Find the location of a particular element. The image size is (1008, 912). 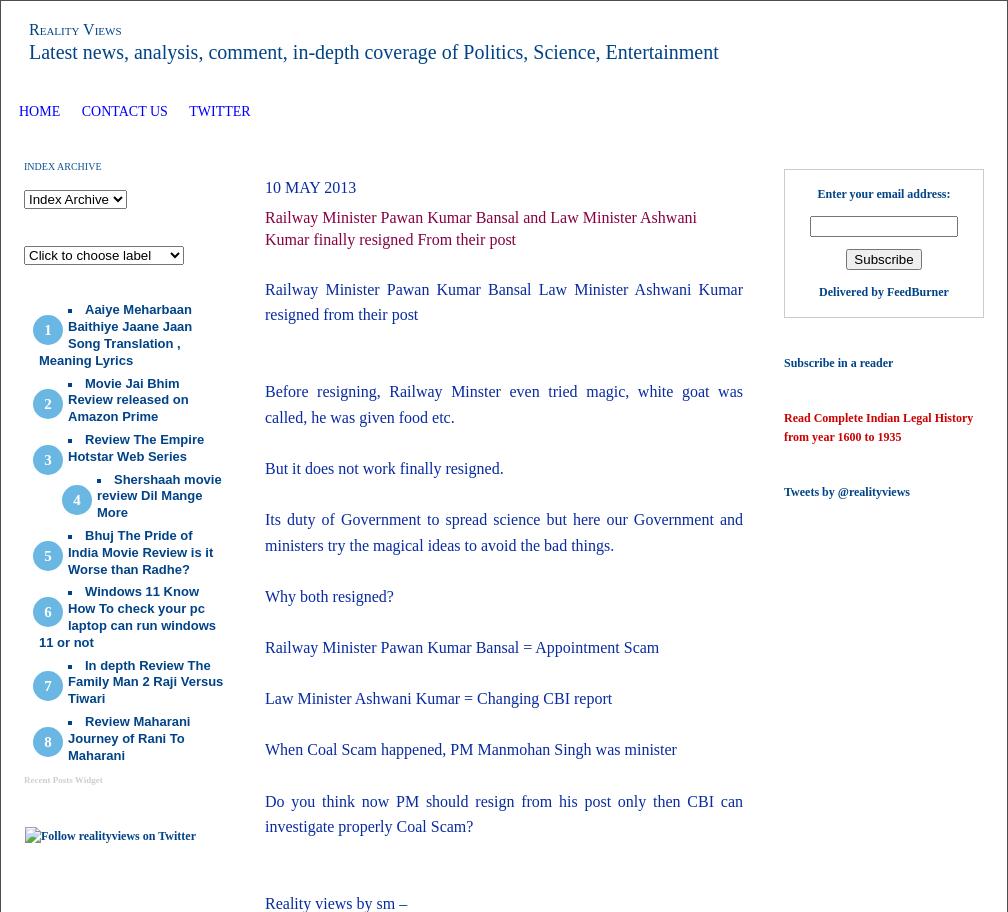

'Twitter' is located at coordinates (189, 111).